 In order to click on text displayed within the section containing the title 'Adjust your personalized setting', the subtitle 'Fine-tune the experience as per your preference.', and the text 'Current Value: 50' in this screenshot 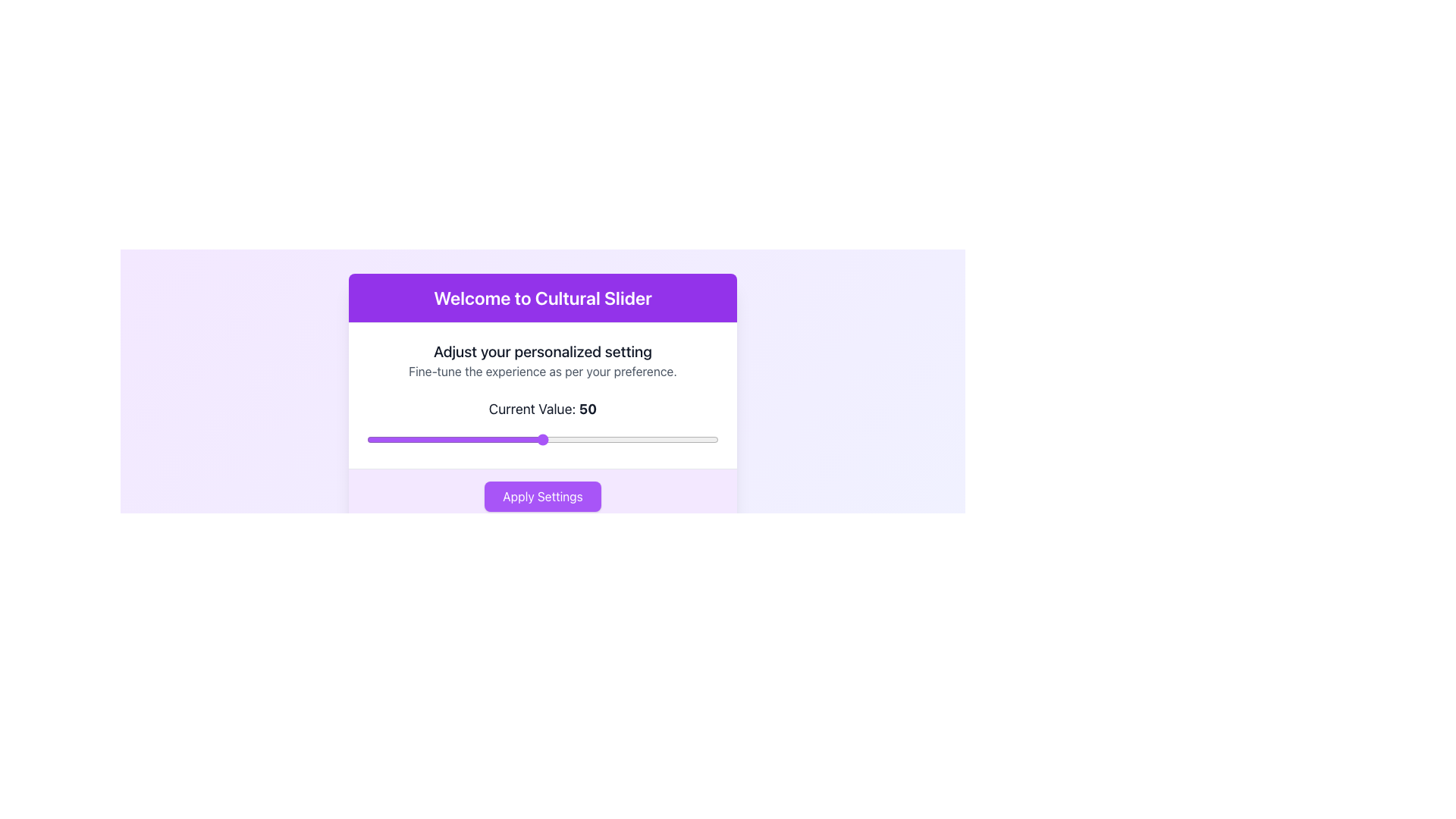, I will do `click(542, 394)`.